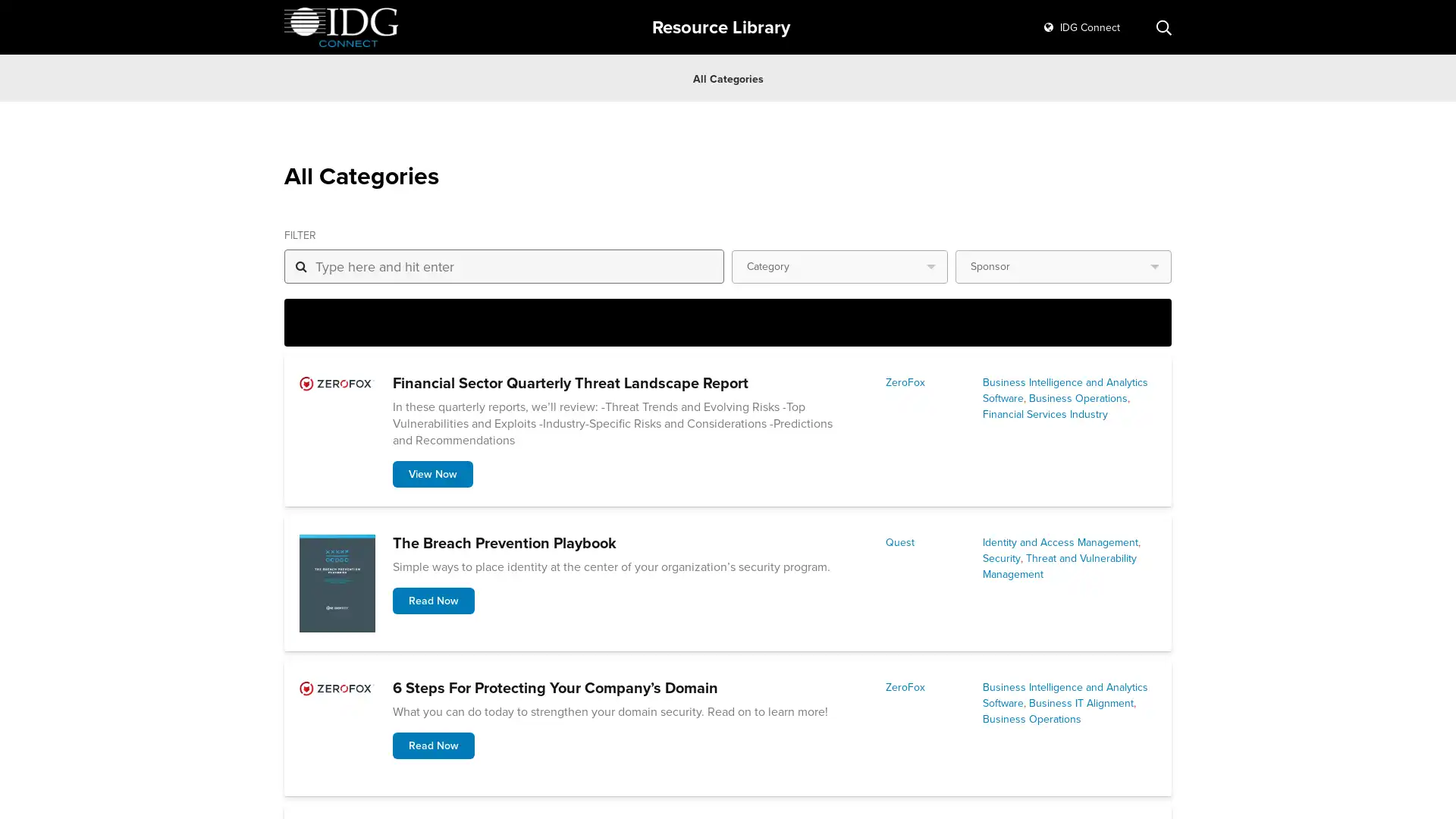 The width and height of the screenshot is (1456, 819). Describe the element at coordinates (1062, 265) in the screenshot. I see `Sponsor` at that location.